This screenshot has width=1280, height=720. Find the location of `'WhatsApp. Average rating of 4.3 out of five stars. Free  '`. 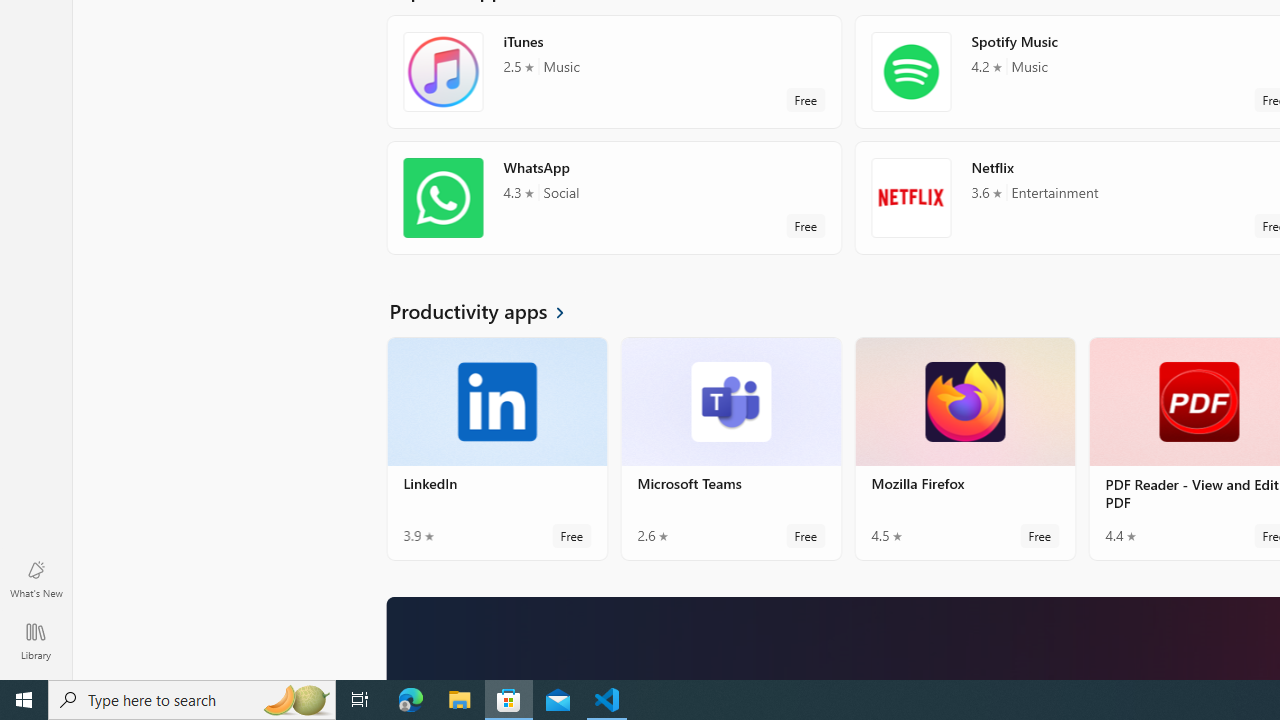

'WhatsApp. Average rating of 4.3 out of five stars. Free  ' is located at coordinates (613, 205).